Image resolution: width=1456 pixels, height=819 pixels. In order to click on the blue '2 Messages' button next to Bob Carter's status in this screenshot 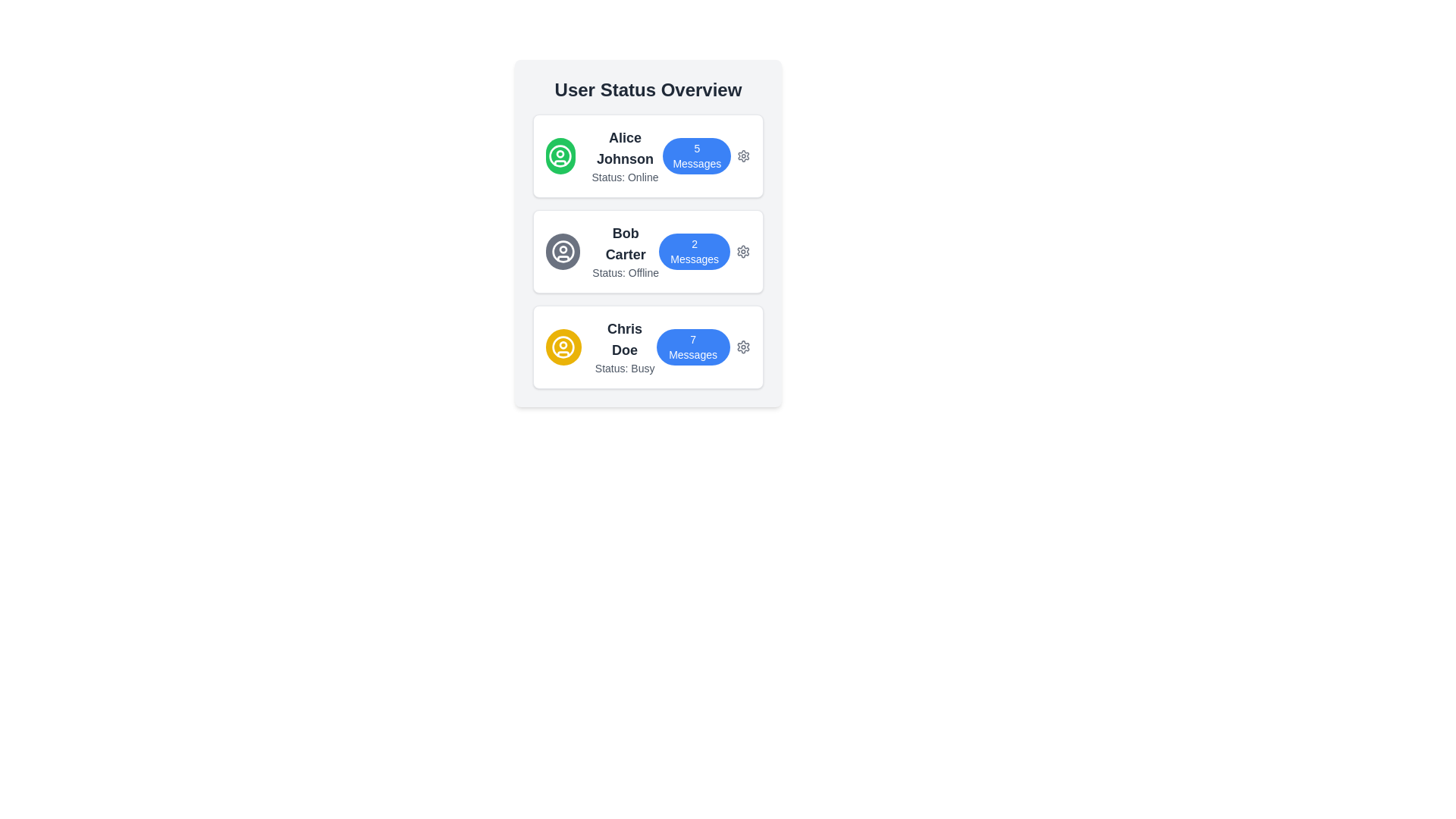, I will do `click(694, 250)`.